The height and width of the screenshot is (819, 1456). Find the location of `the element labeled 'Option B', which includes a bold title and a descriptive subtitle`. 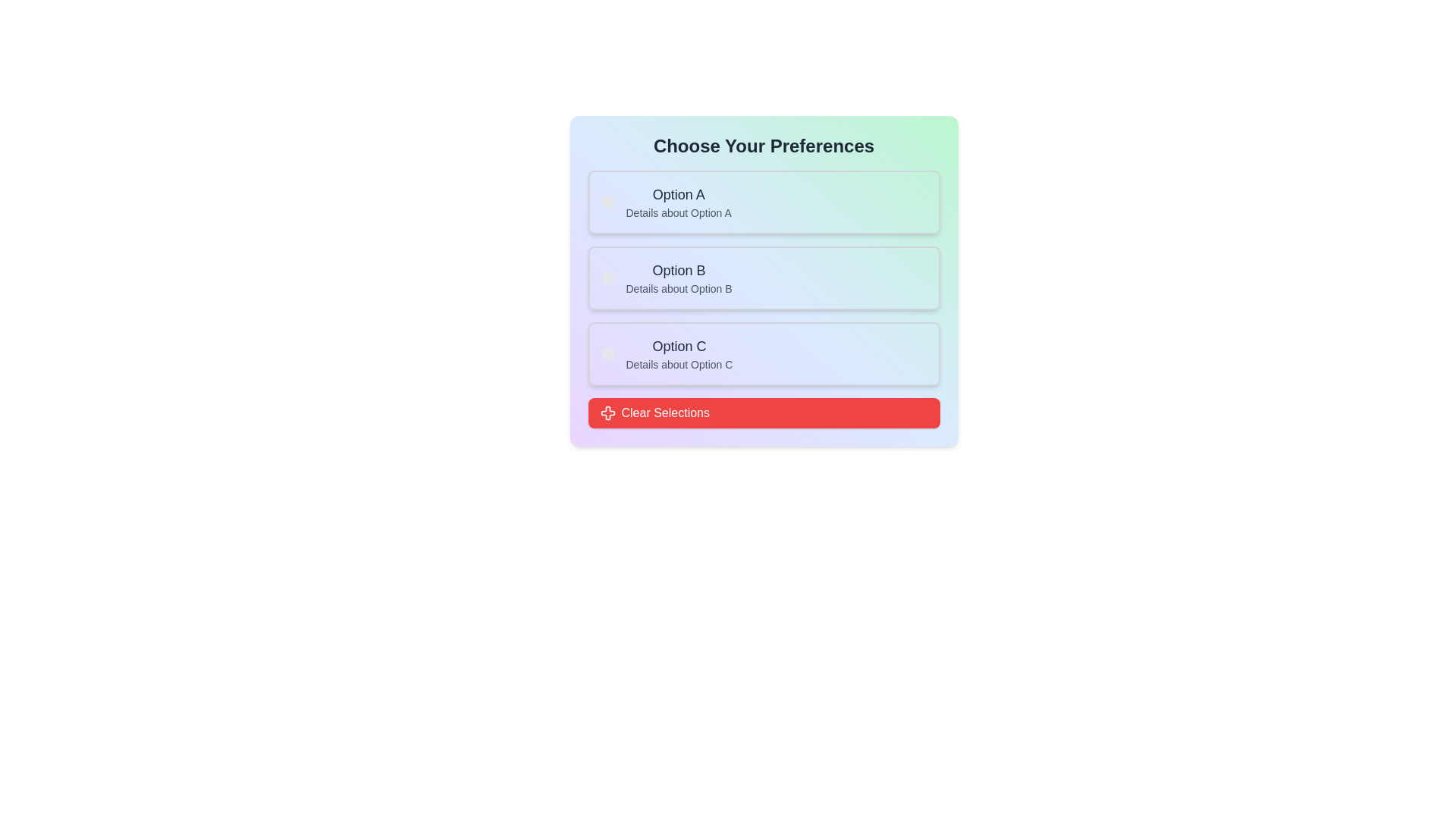

the element labeled 'Option B', which includes a bold title and a descriptive subtitle is located at coordinates (678, 278).